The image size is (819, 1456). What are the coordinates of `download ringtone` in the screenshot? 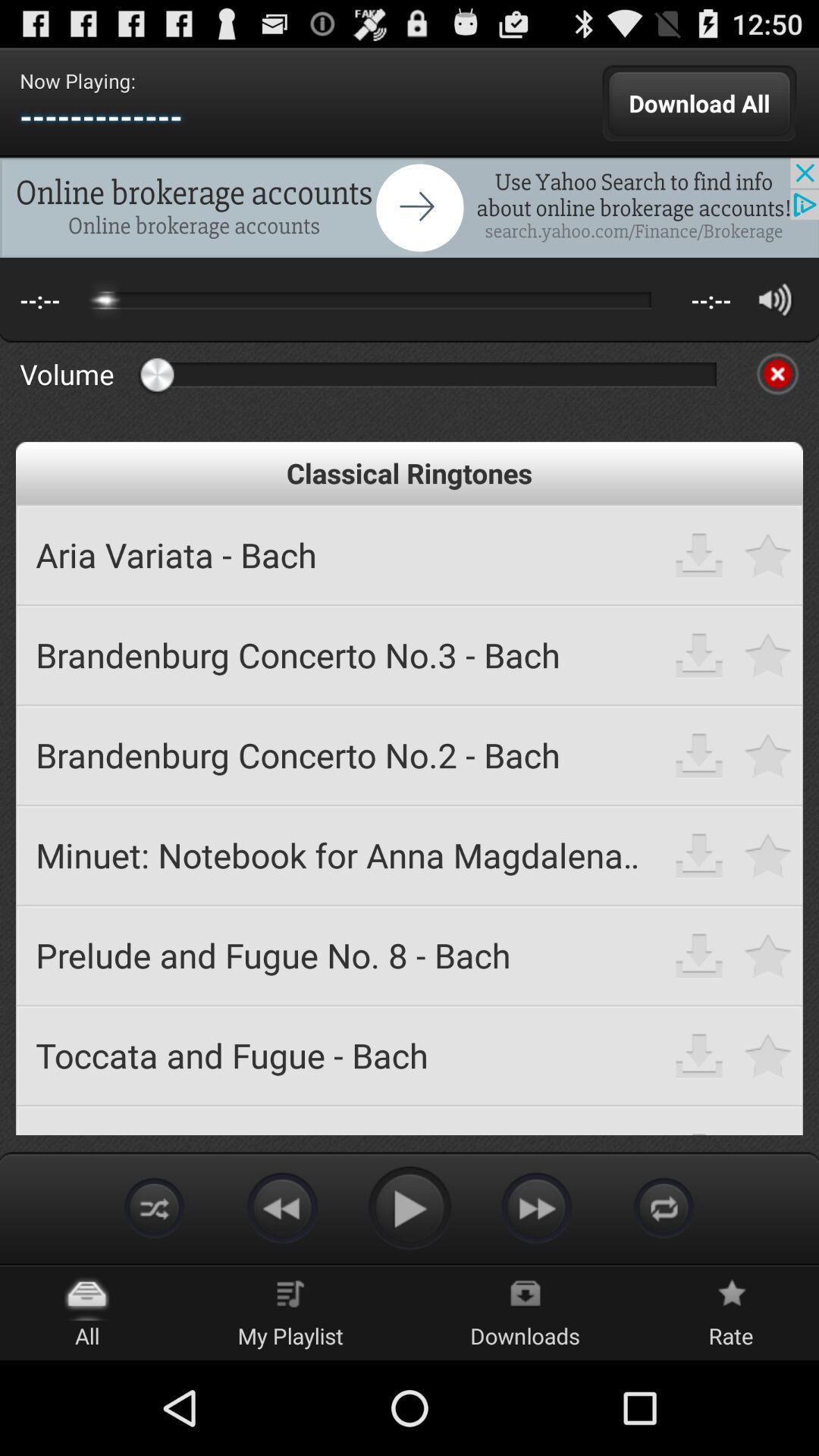 It's located at (699, 1054).